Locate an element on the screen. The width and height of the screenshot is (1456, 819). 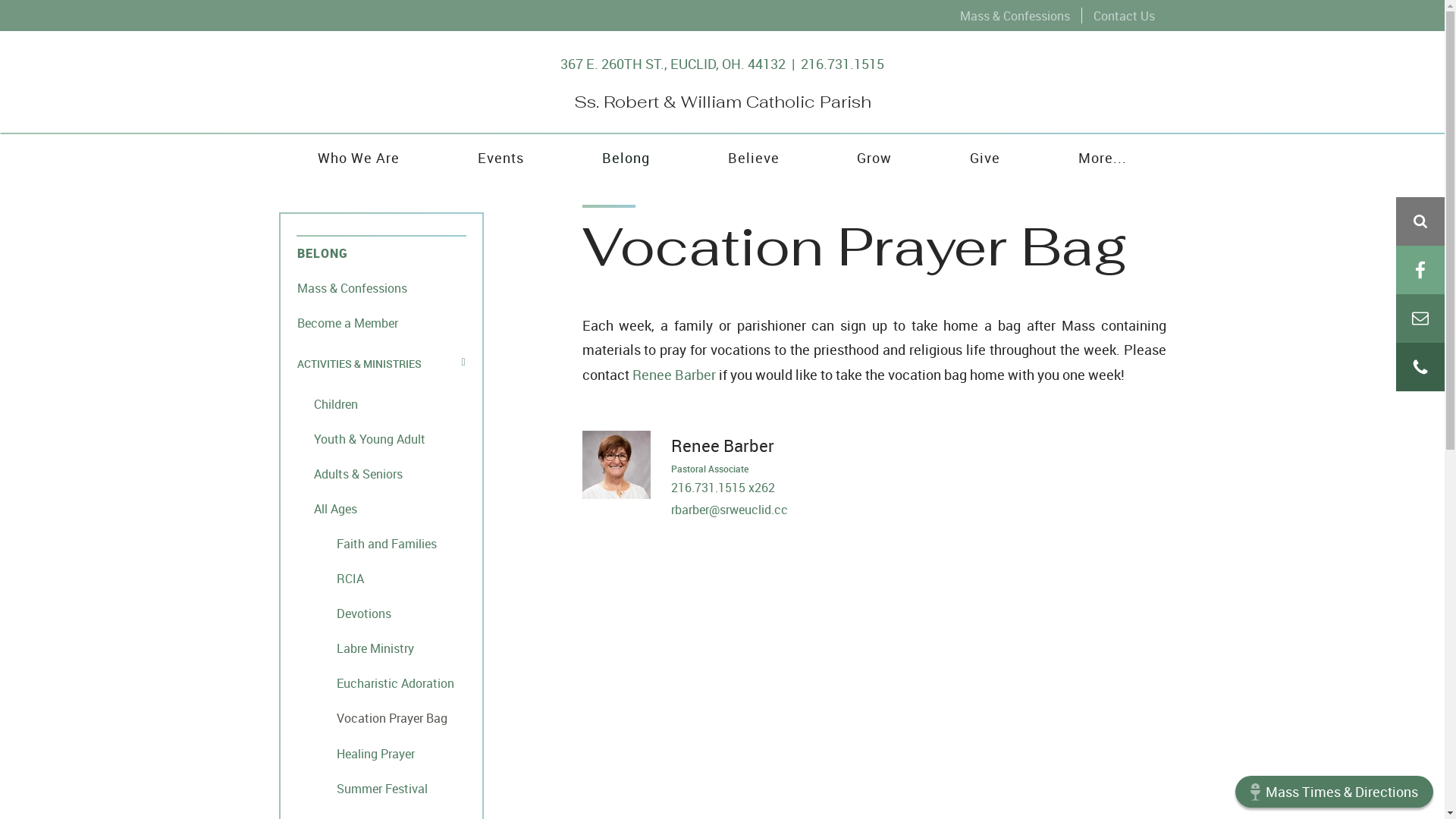
'Give' is located at coordinates (985, 157).